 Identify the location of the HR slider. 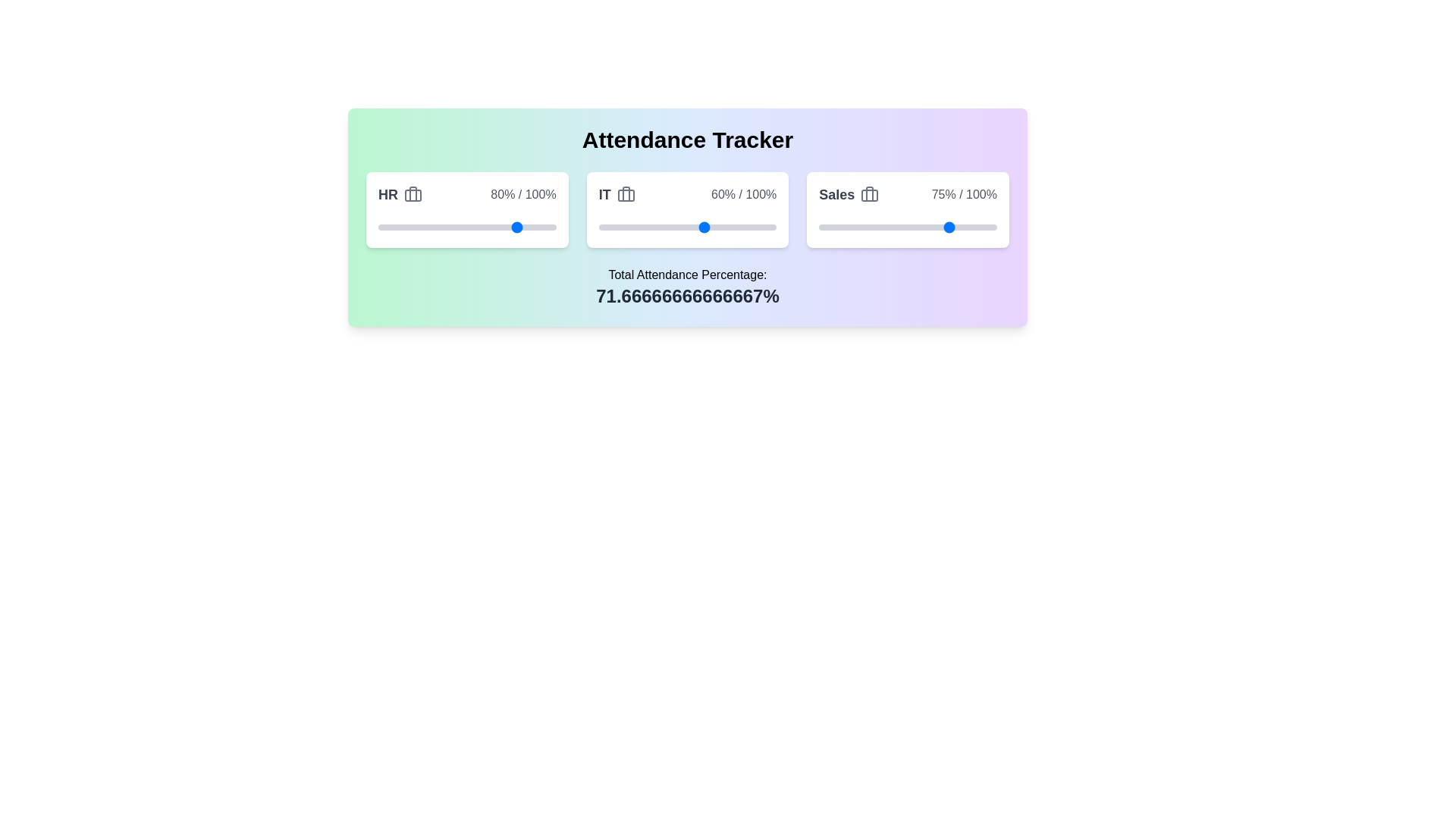
(535, 227).